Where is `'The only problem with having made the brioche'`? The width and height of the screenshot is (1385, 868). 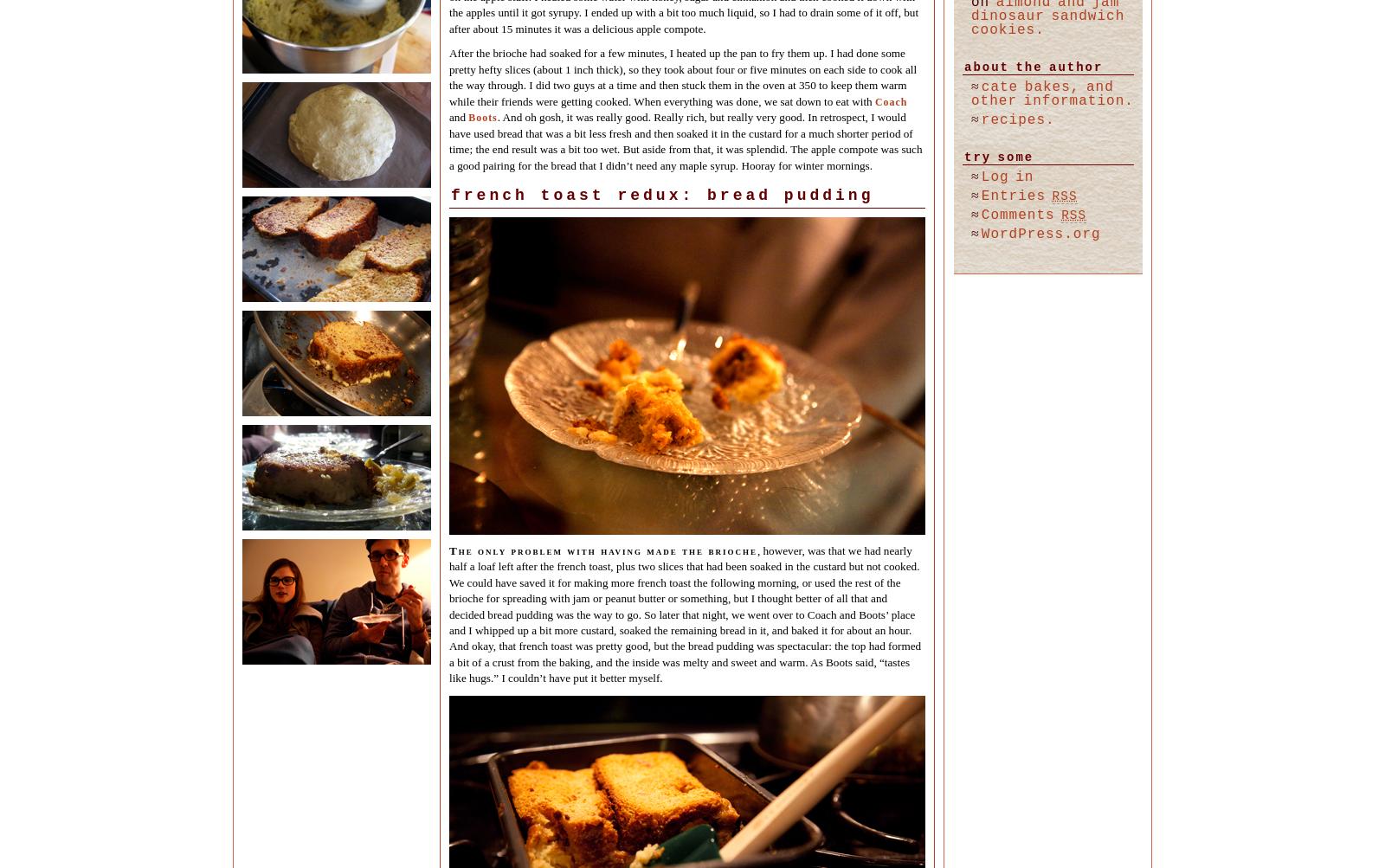
'The only problem with having made the brioche' is located at coordinates (602, 550).